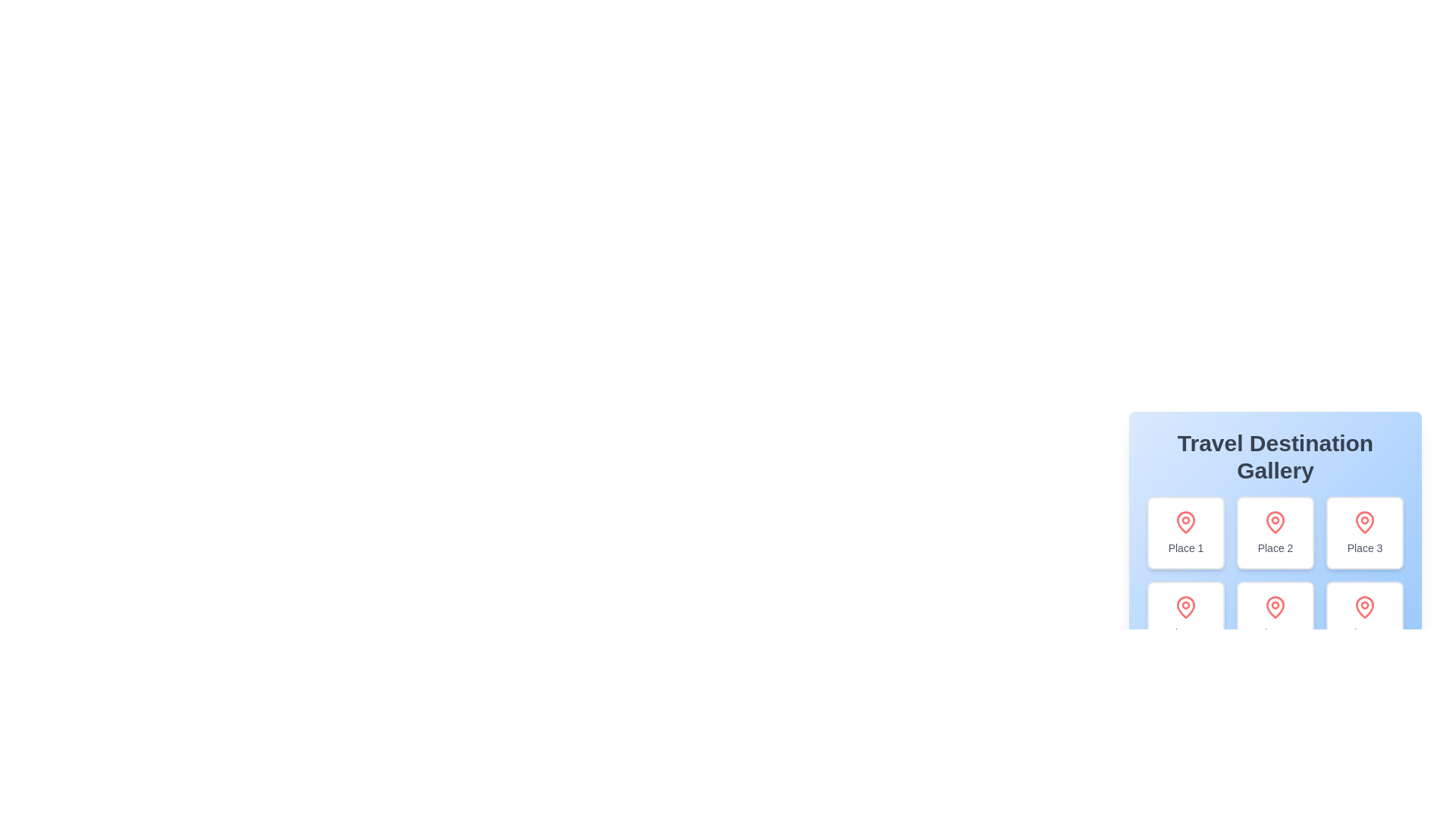  Describe the element at coordinates (1185, 617) in the screenshot. I see `the 'Place 4' navigation card located in the first card of the second row under the 'Travel Destination Gallery'` at that location.